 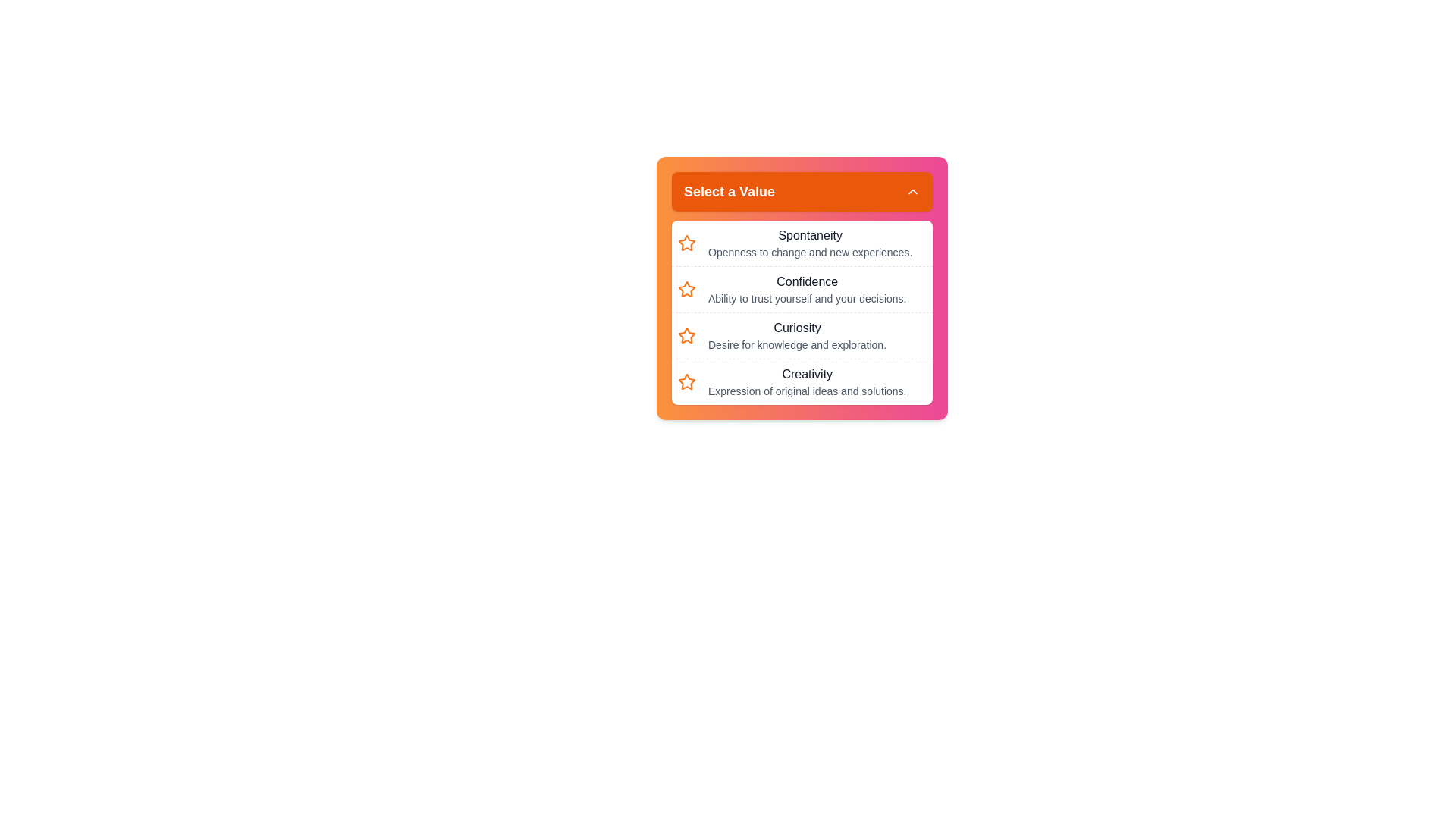 What do you see at coordinates (806, 391) in the screenshot?
I see `text snippet 'Expression of original ideas and solutions.' located beneath the header 'Creativity' in the dropdown list titled 'Select a Value'` at bounding box center [806, 391].